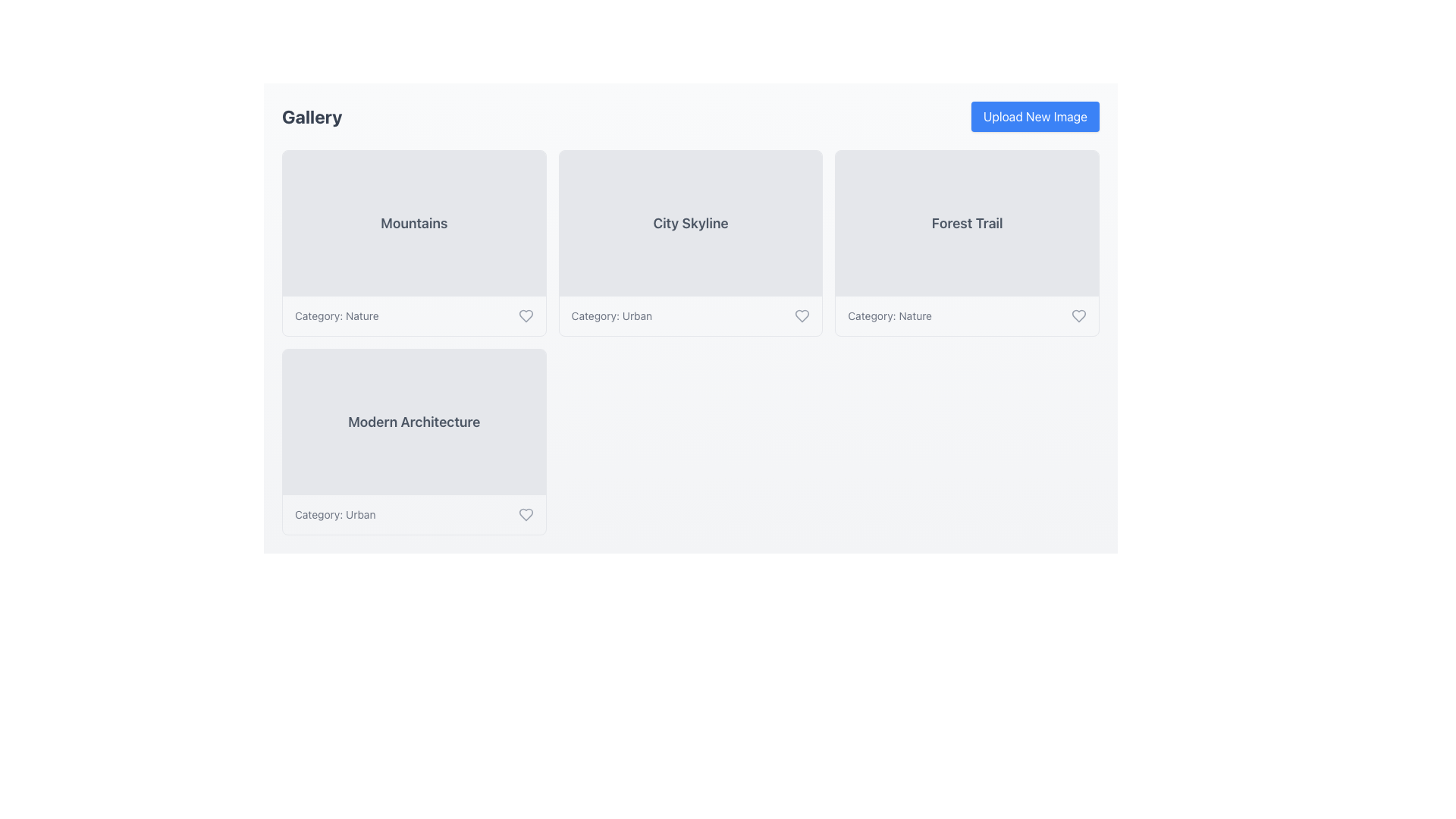 The image size is (1456, 819). I want to click on the Text Label displaying 'Category: Nature' located in the rightmost card of the second row, aligned to the bottom-left corner of the card, so click(890, 315).